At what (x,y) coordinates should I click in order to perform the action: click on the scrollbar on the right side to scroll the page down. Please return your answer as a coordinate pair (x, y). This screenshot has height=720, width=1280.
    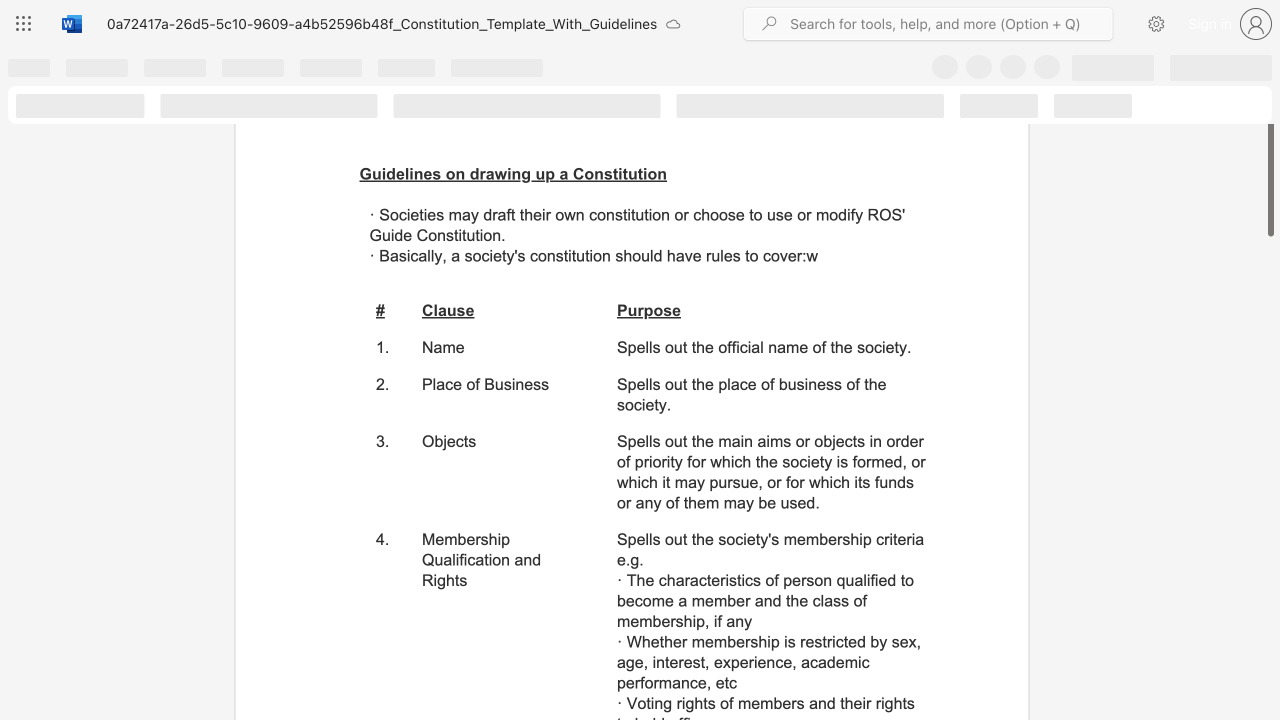
    Looking at the image, I should click on (1269, 670).